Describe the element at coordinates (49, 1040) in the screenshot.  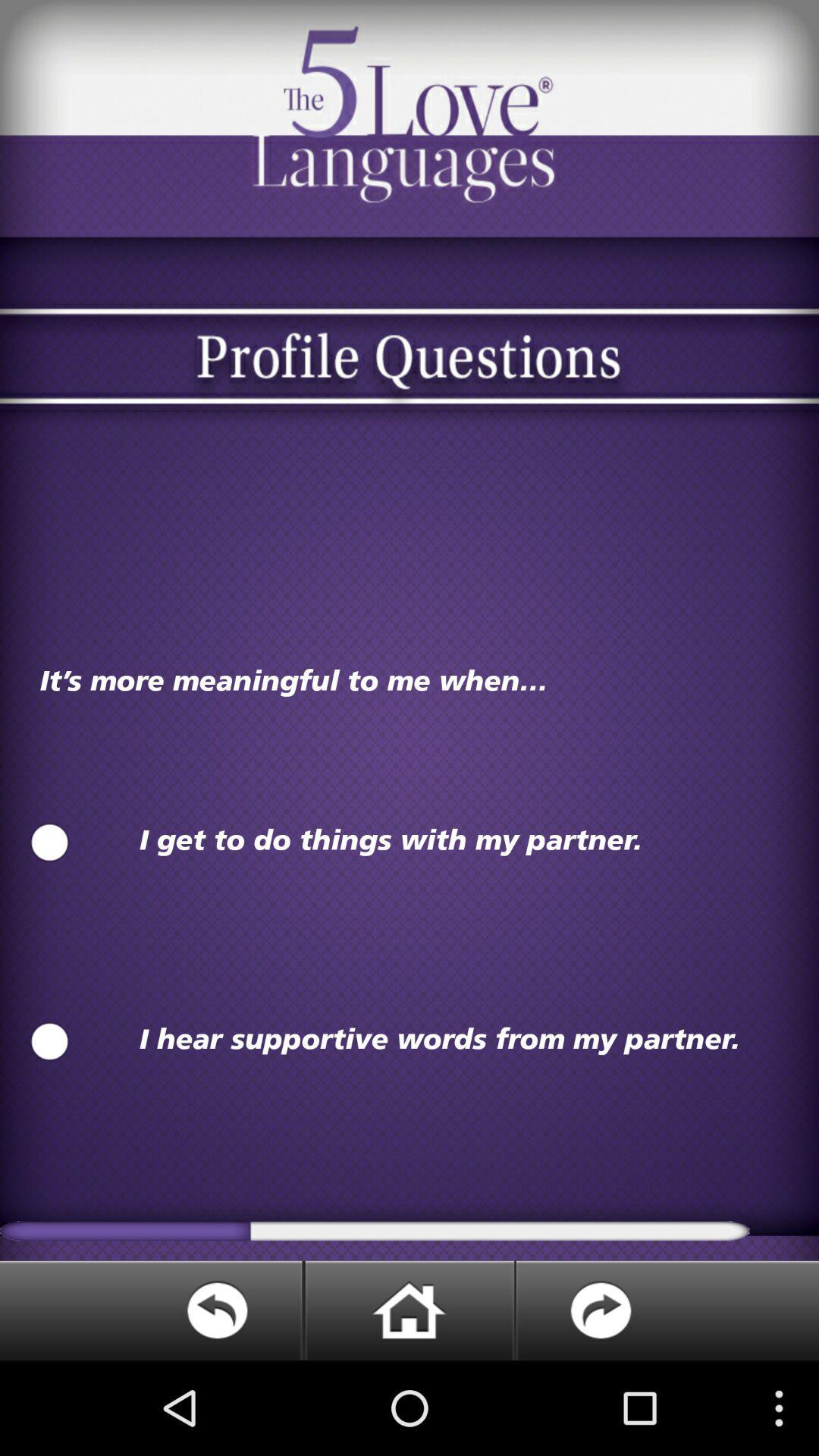
I see `choose this option` at that location.